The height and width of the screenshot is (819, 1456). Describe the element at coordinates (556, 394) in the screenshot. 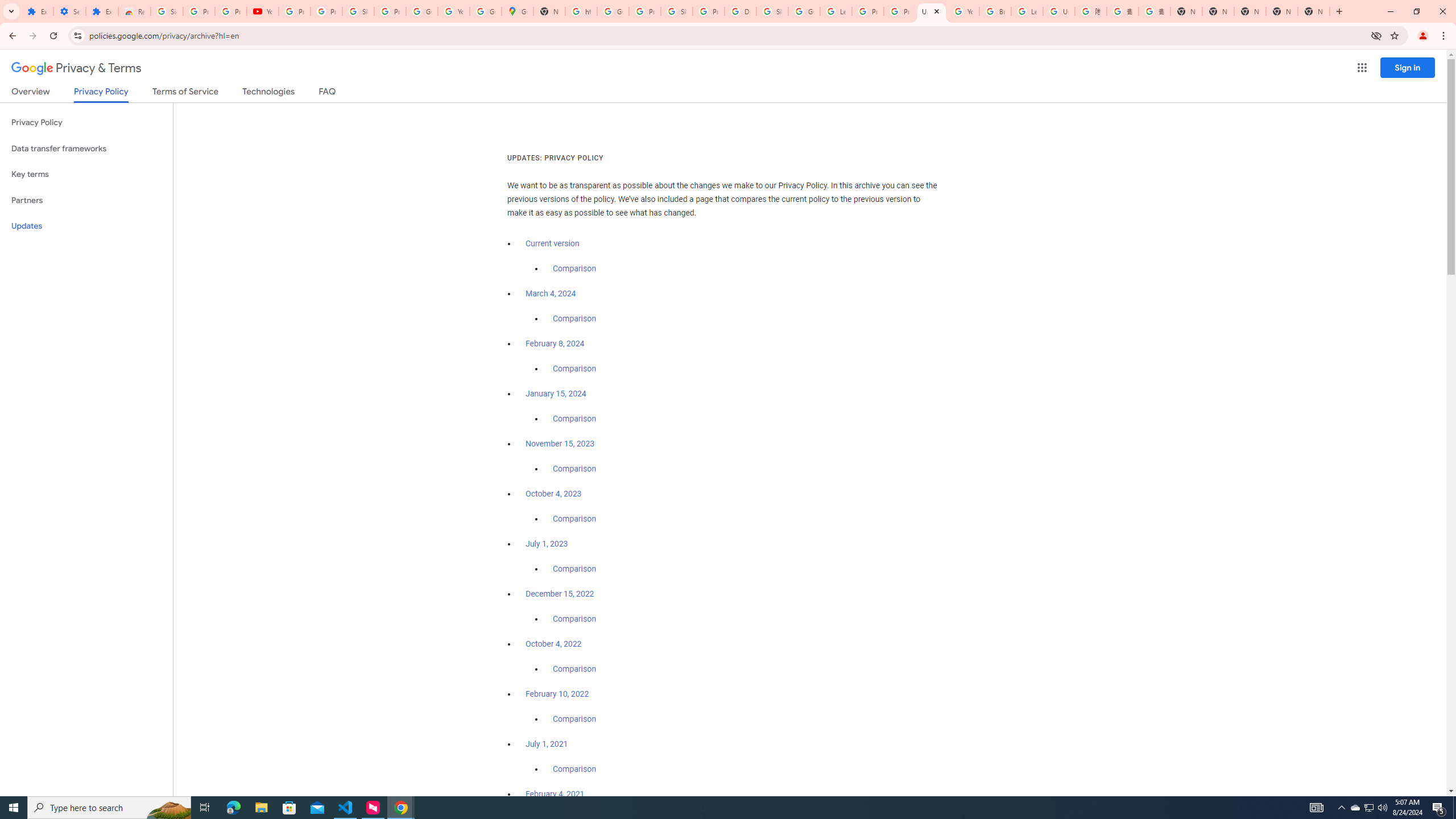

I see `'January 15, 2024'` at that location.